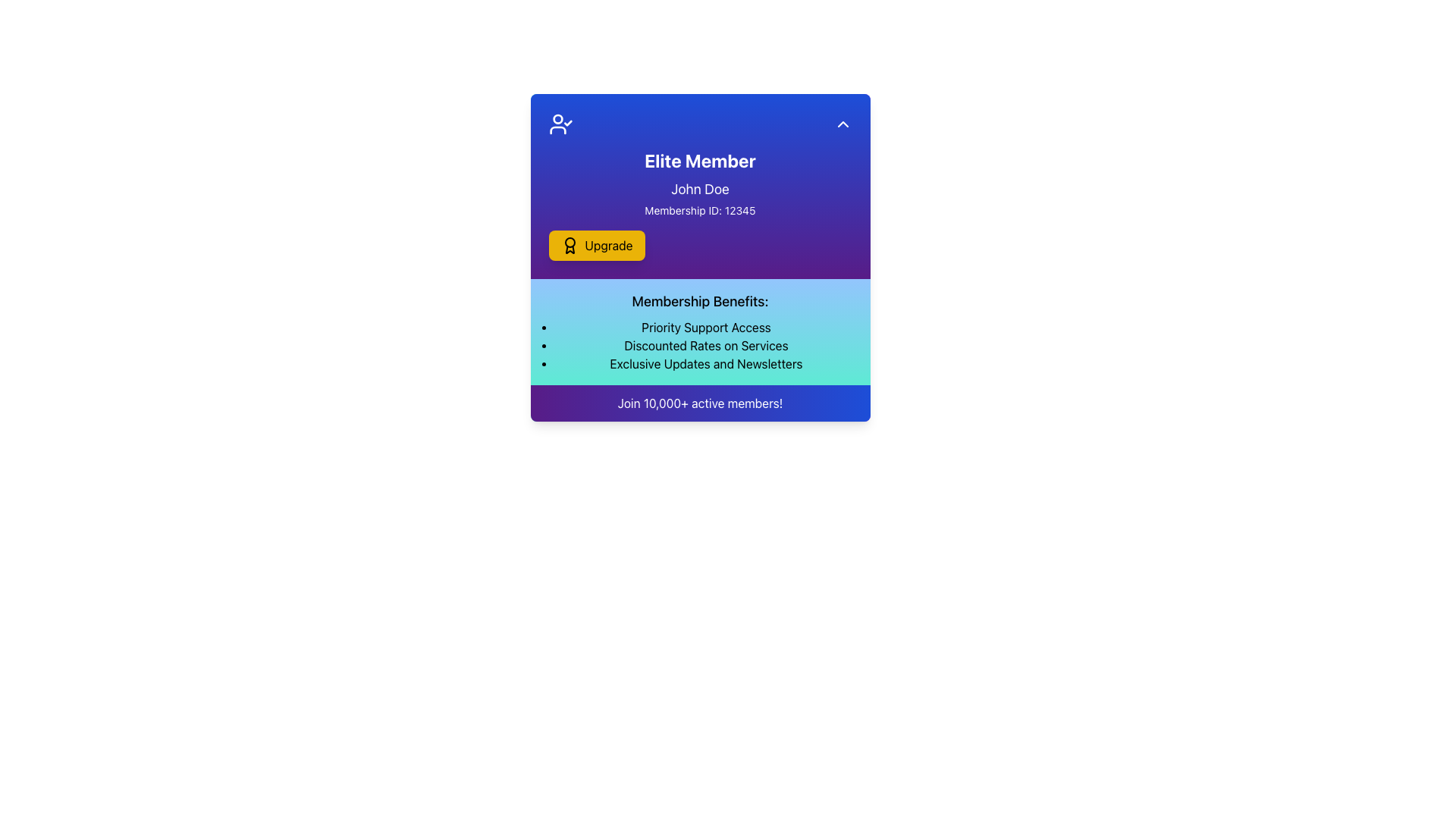  Describe the element at coordinates (569, 242) in the screenshot. I see `the SVG Circle element located in the header section of the membership card, which is part of the award symbol icon above the 'Elite Member' text` at that location.